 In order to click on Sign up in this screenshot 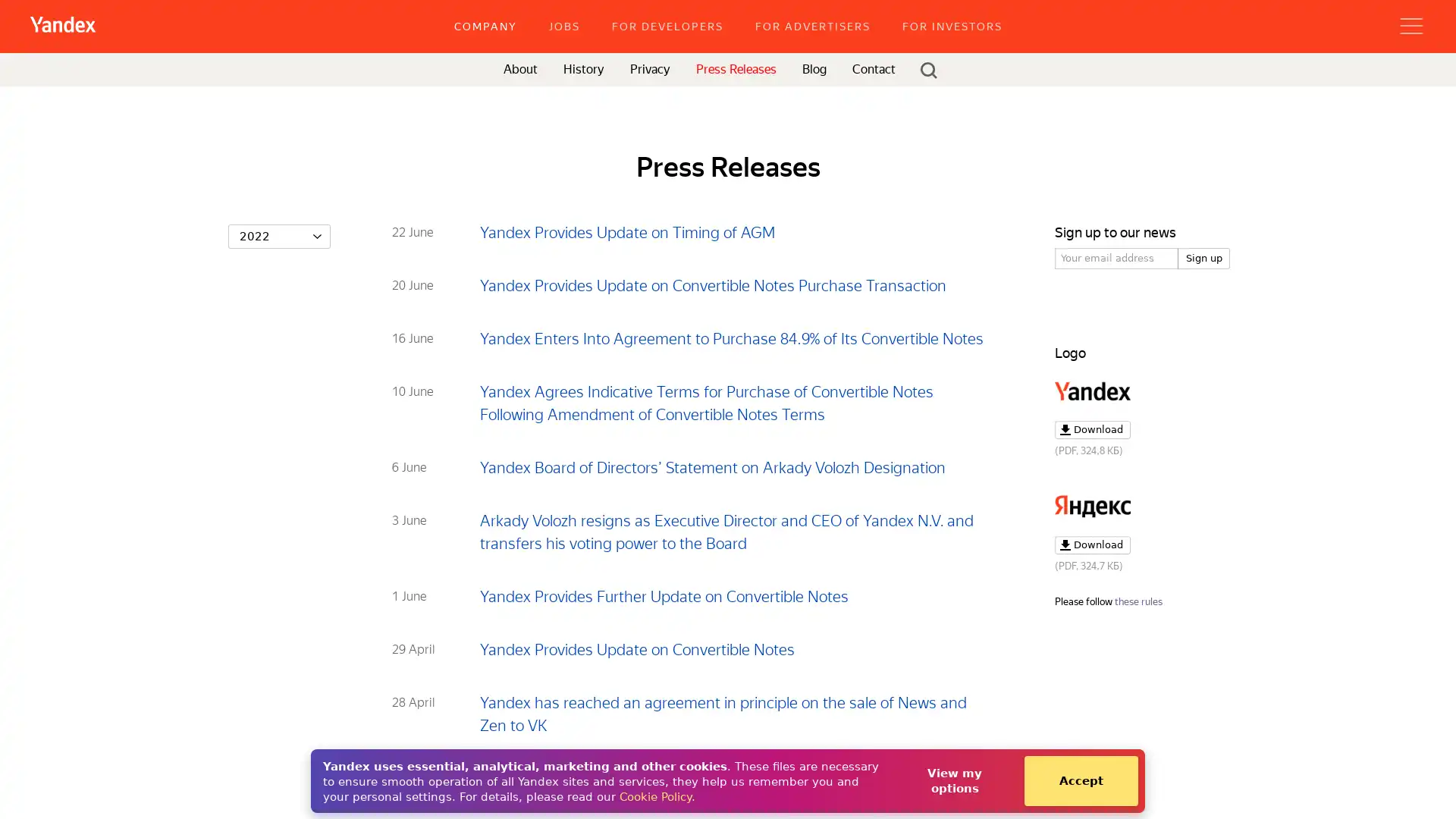, I will do `click(1203, 257)`.